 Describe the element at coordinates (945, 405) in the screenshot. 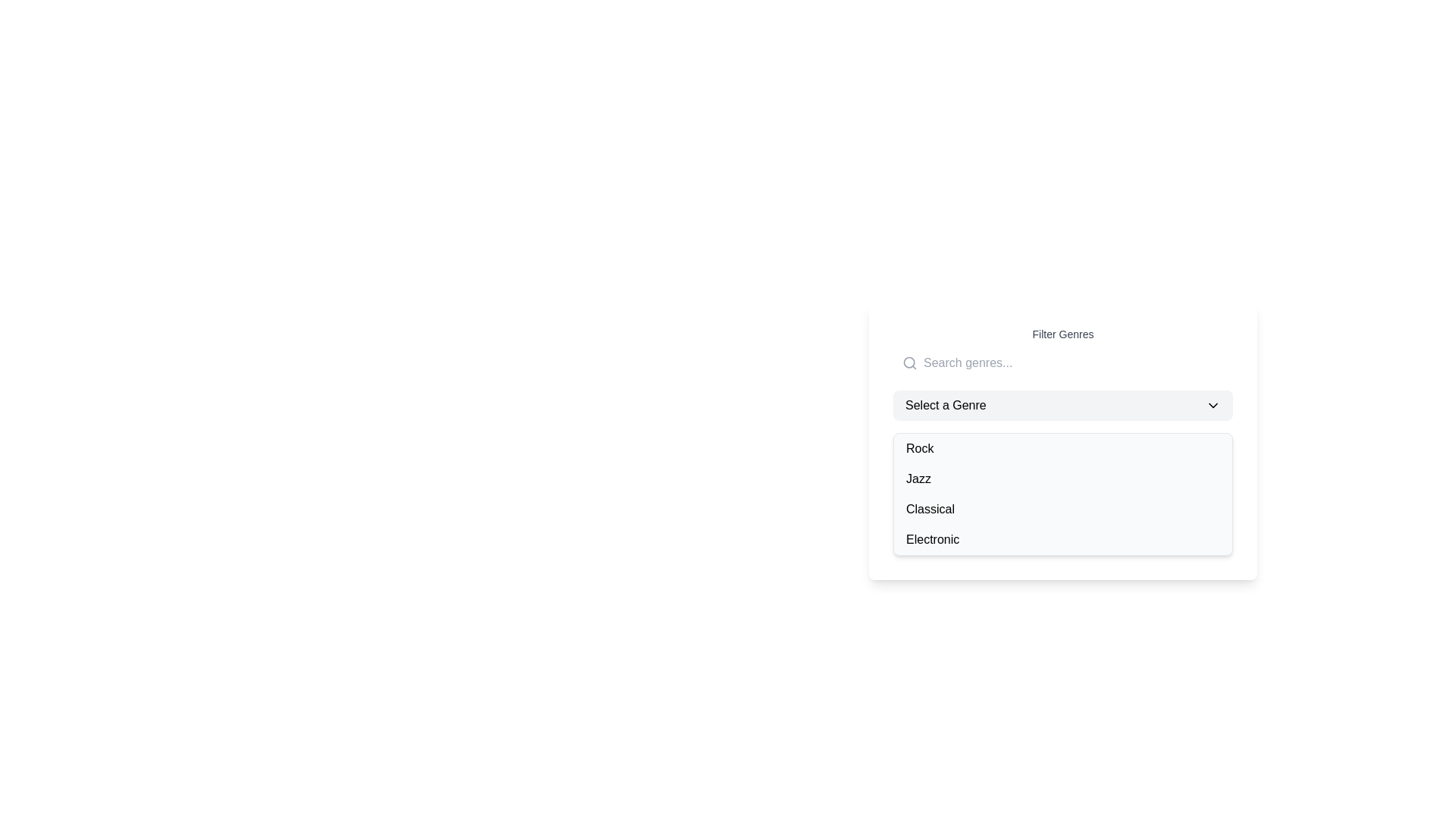

I see `the static text label guiding users to select a genre, positioned to the left of the chevron-down icon in the dropdown menu` at that location.